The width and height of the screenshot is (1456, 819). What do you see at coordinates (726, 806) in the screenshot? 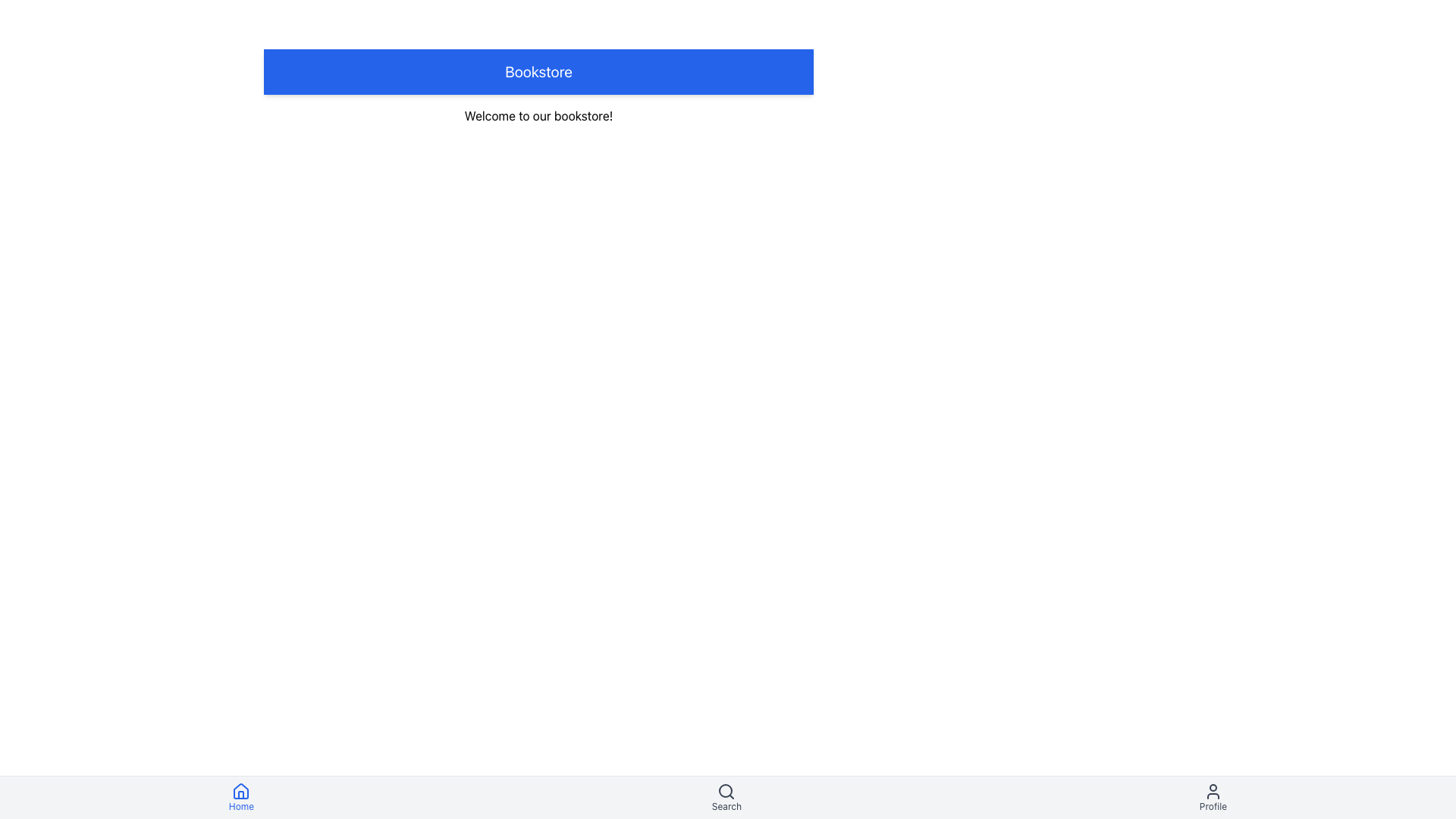
I see `text label element that contains the word 'Search', styled in gray, located below the search icon in the bottom navigation bar` at bounding box center [726, 806].